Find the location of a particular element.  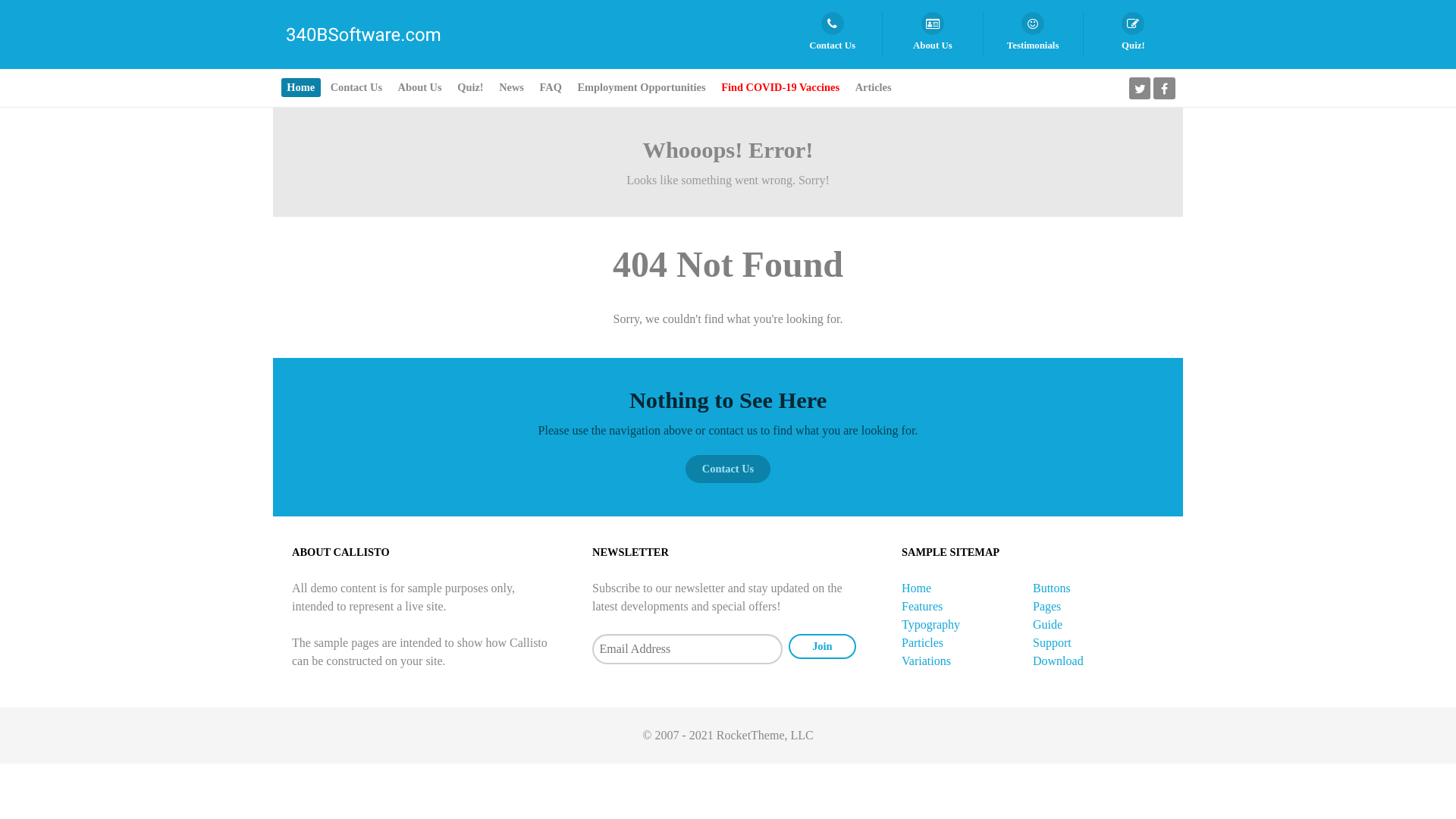

'Variations' is located at coordinates (925, 660).